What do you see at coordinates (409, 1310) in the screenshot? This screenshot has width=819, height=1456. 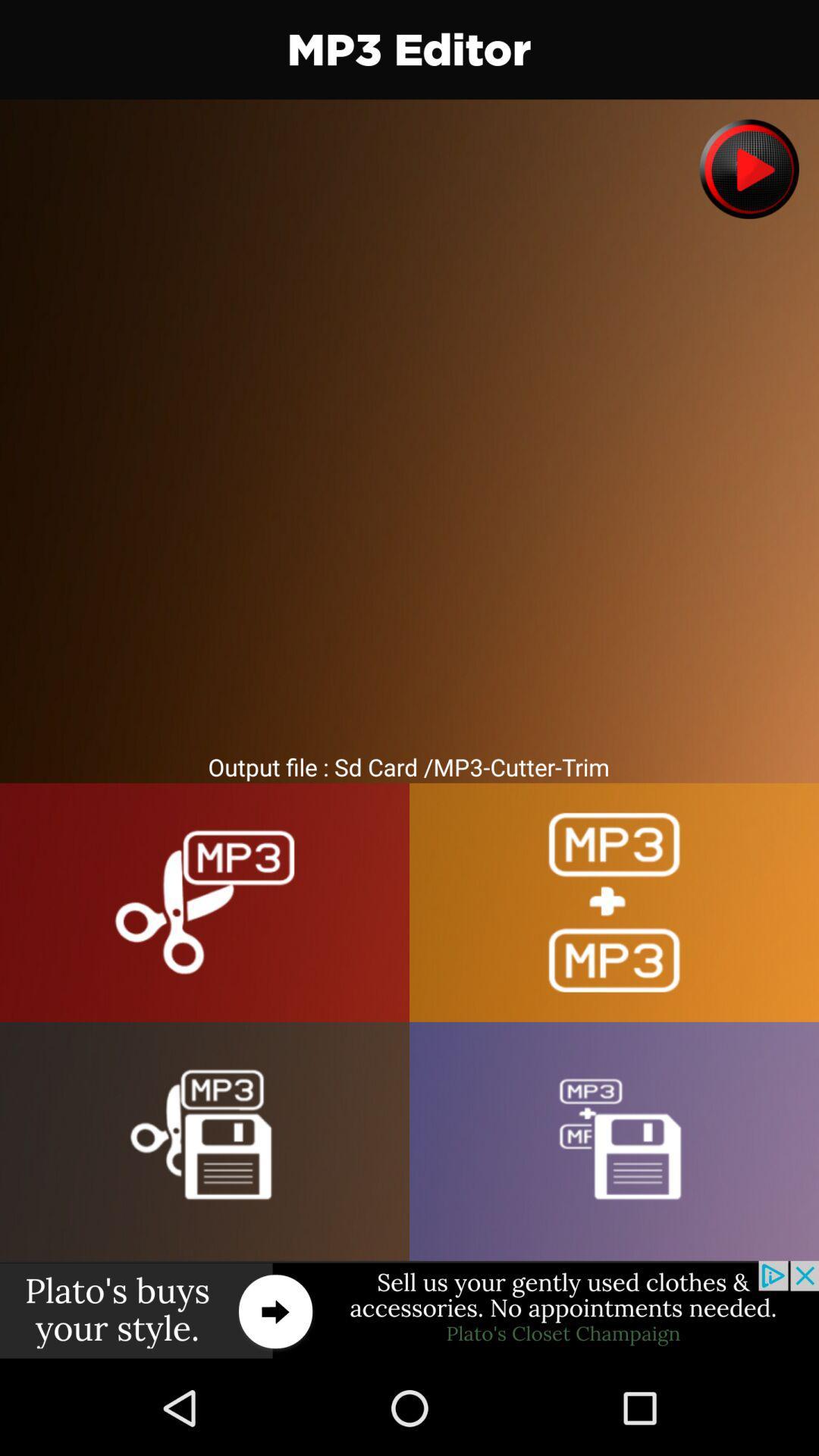 I see `advertisement display` at bounding box center [409, 1310].